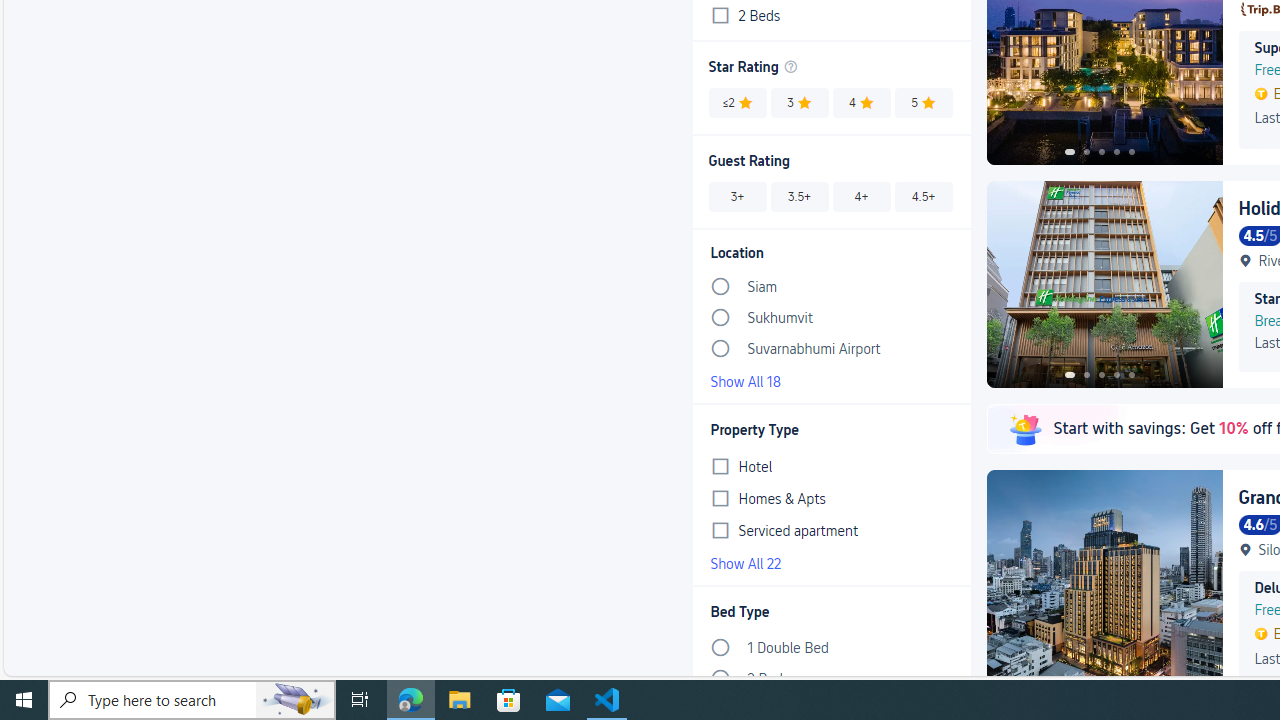 The image size is (1280, 720). Describe the element at coordinates (800, 196) in the screenshot. I see `'3.5+'` at that location.